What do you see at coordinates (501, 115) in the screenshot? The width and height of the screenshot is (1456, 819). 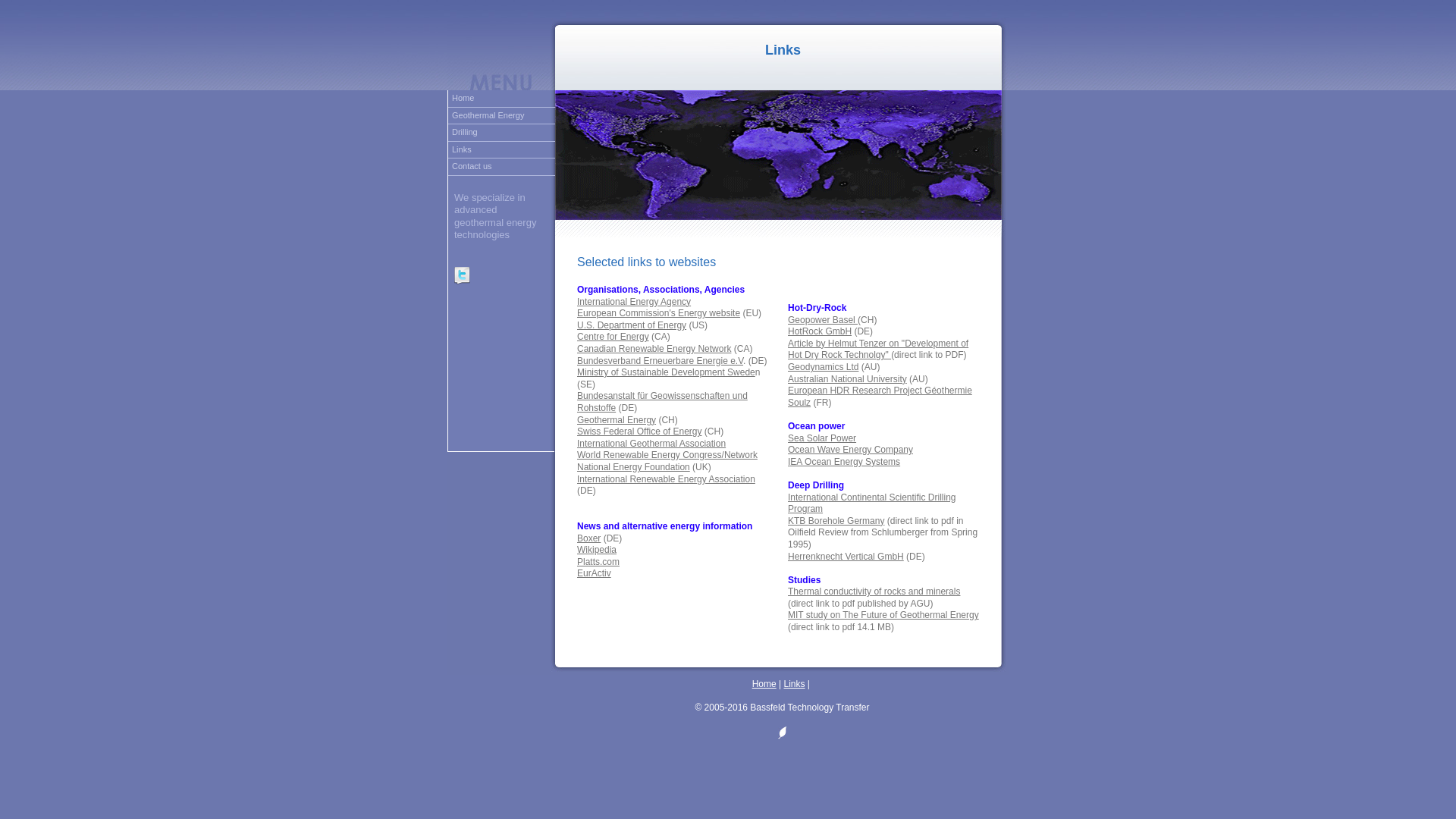 I see `'Geothermal Energy'` at bounding box center [501, 115].